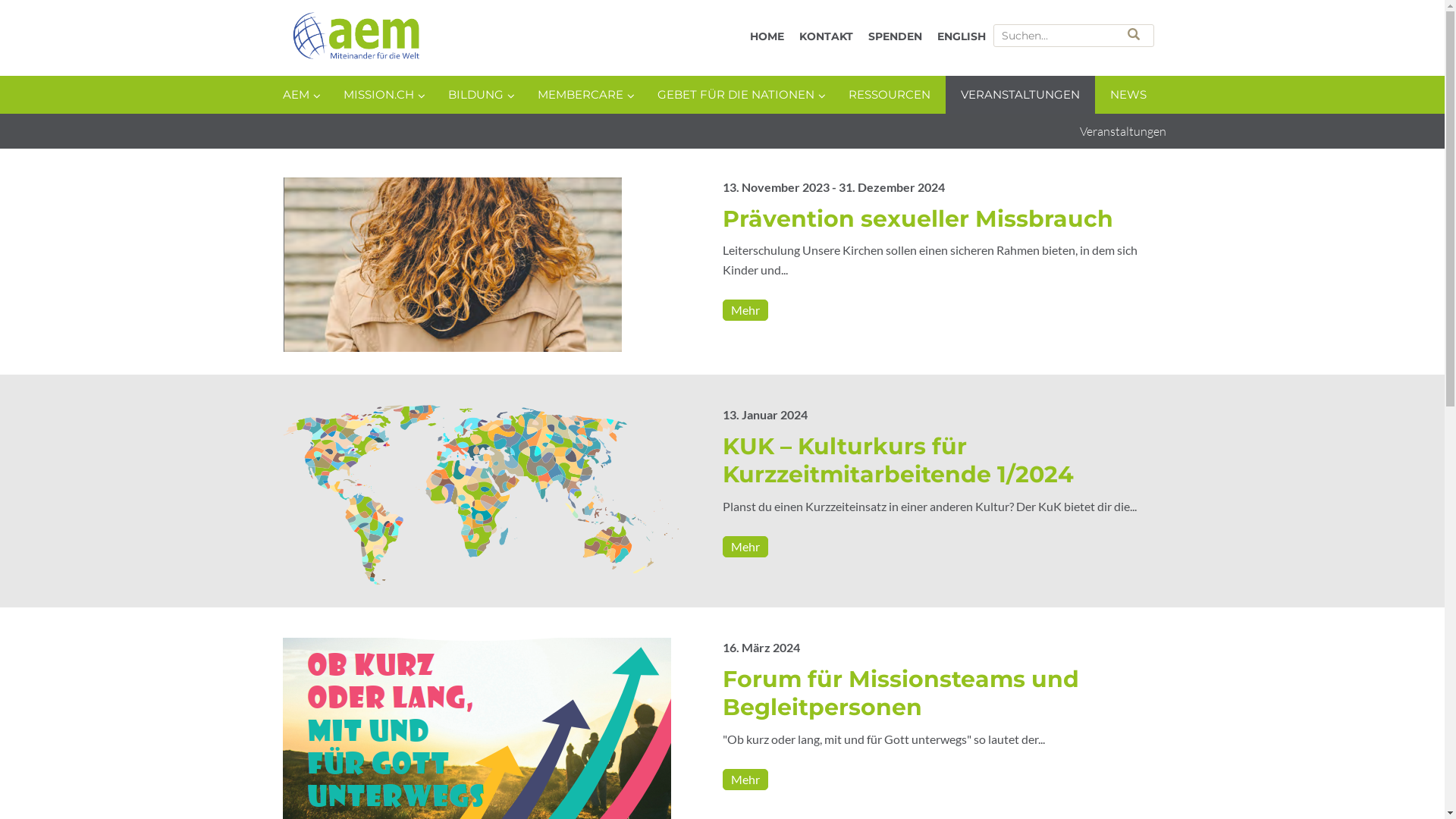  What do you see at coordinates (790, 35) in the screenshot?
I see `'KONTAKT'` at bounding box center [790, 35].